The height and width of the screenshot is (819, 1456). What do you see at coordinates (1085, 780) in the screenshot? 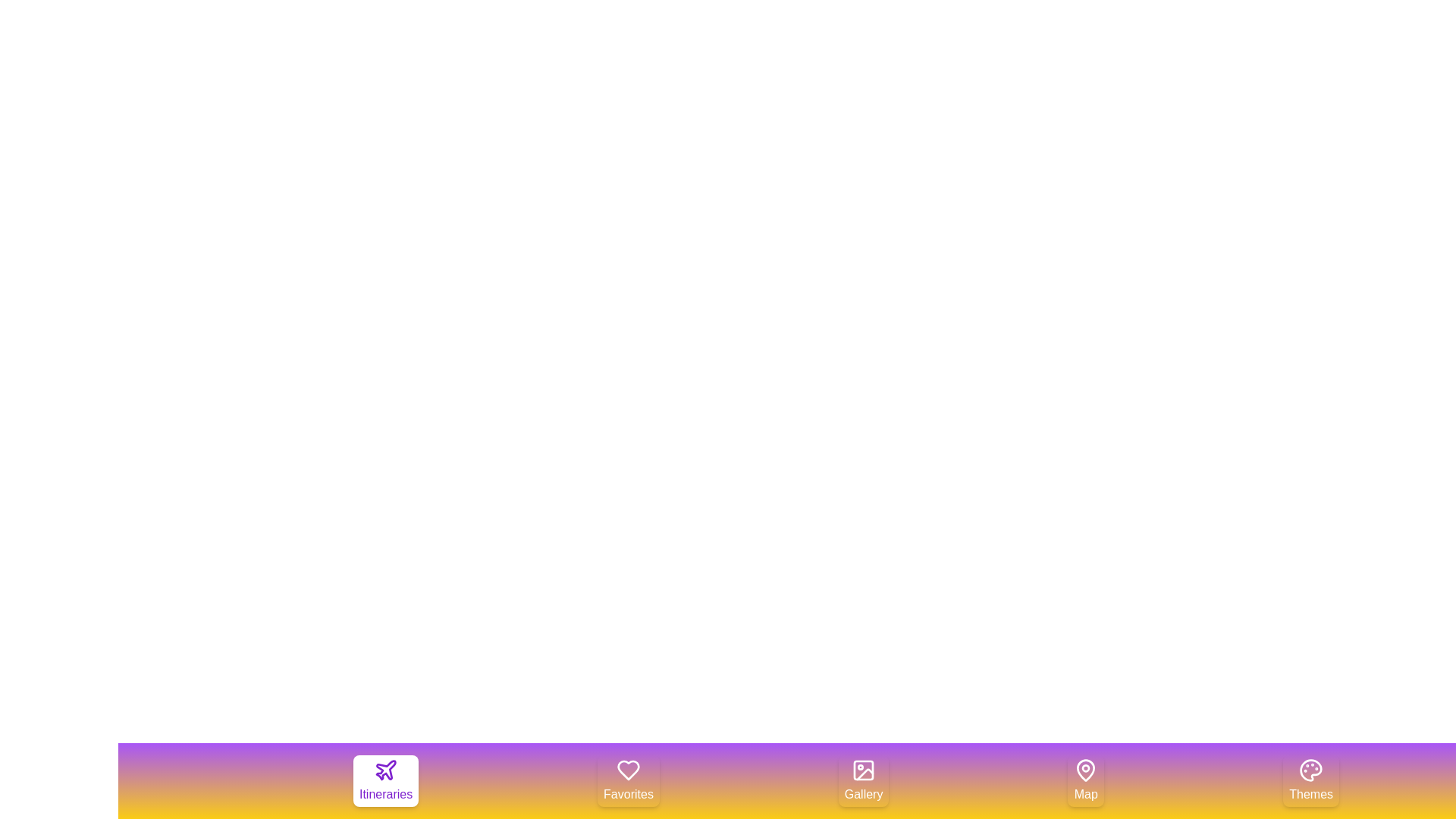
I see `the tab labeled Map to observe its hover effect` at bounding box center [1085, 780].